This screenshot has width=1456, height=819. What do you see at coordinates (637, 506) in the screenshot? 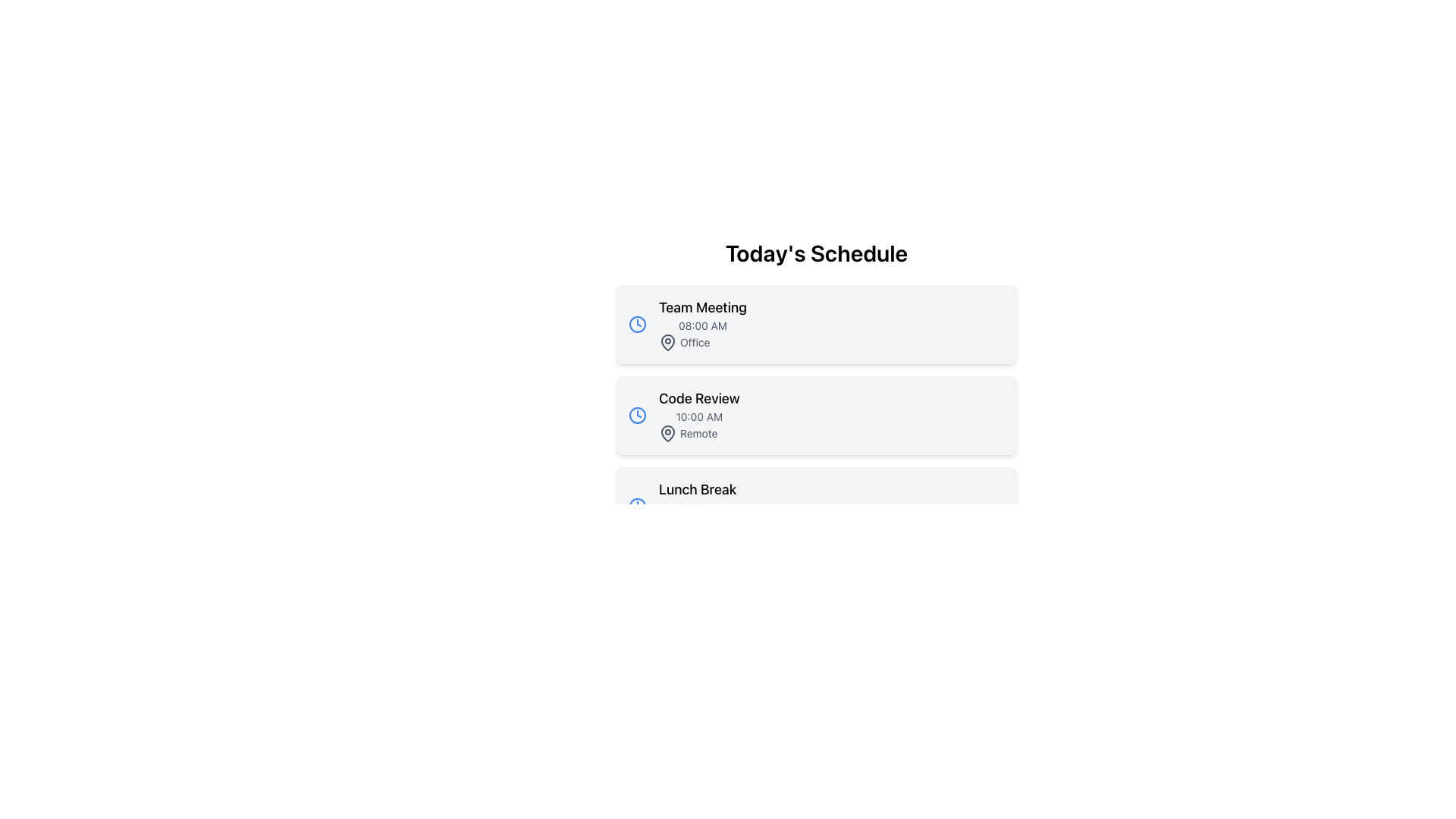
I see `the outer circular border of the clock icon next to the 'Lunch Break' text in the schedule items` at bounding box center [637, 506].